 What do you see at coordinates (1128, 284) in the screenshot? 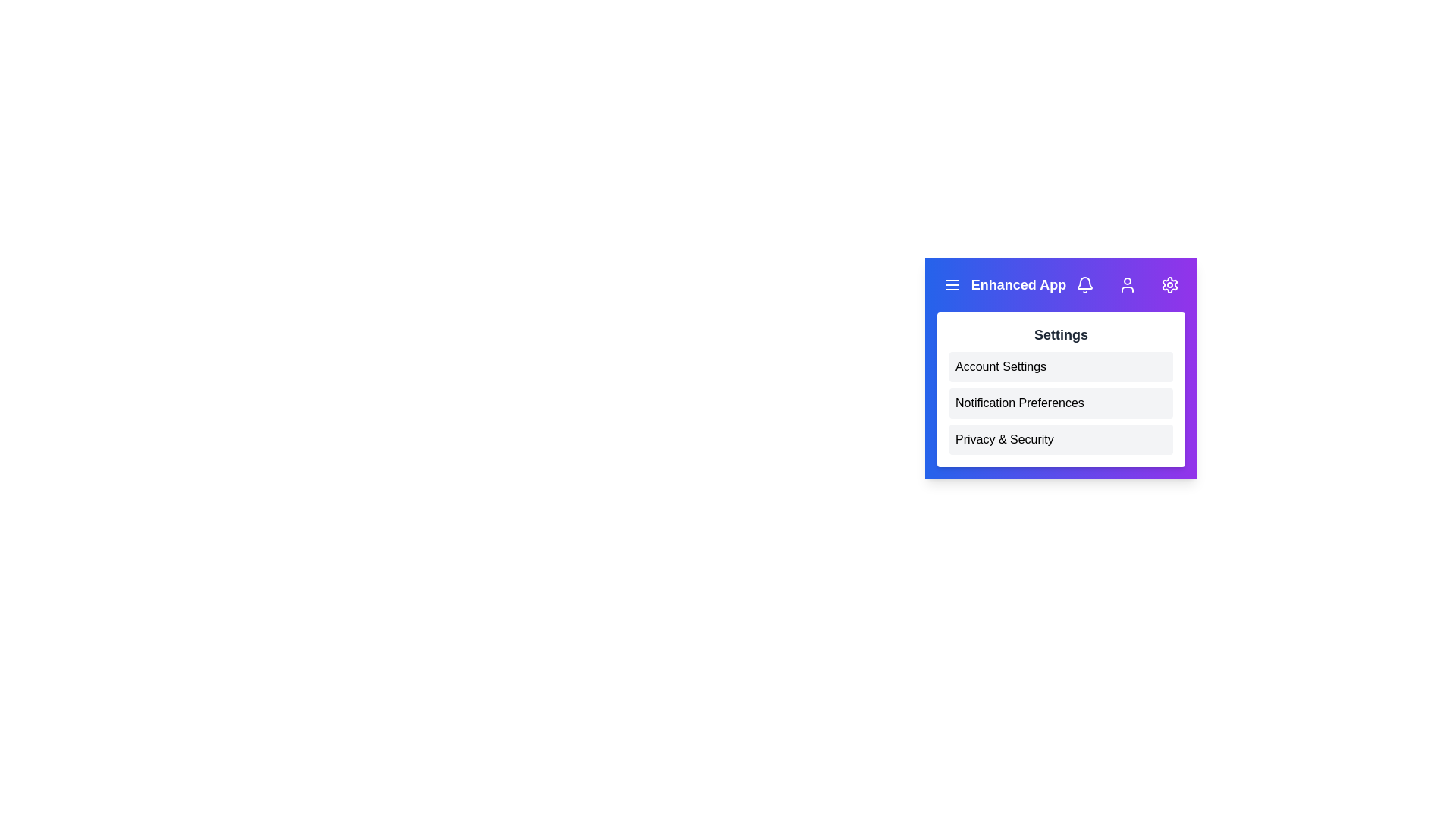
I see `the user profile button to open the user profile menu` at bounding box center [1128, 284].